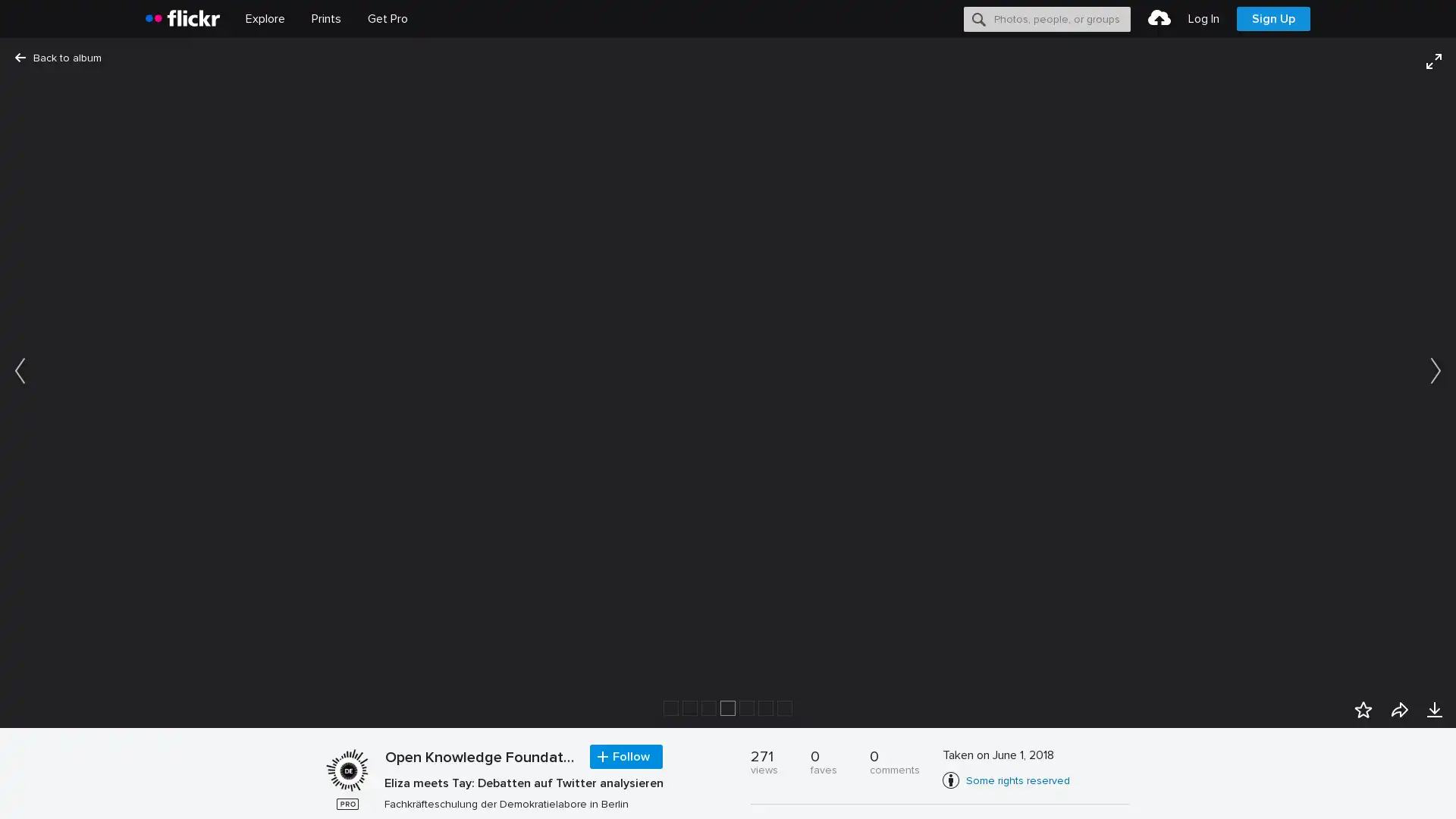  What do you see at coordinates (626, 757) in the screenshot?
I see `Follow` at bounding box center [626, 757].